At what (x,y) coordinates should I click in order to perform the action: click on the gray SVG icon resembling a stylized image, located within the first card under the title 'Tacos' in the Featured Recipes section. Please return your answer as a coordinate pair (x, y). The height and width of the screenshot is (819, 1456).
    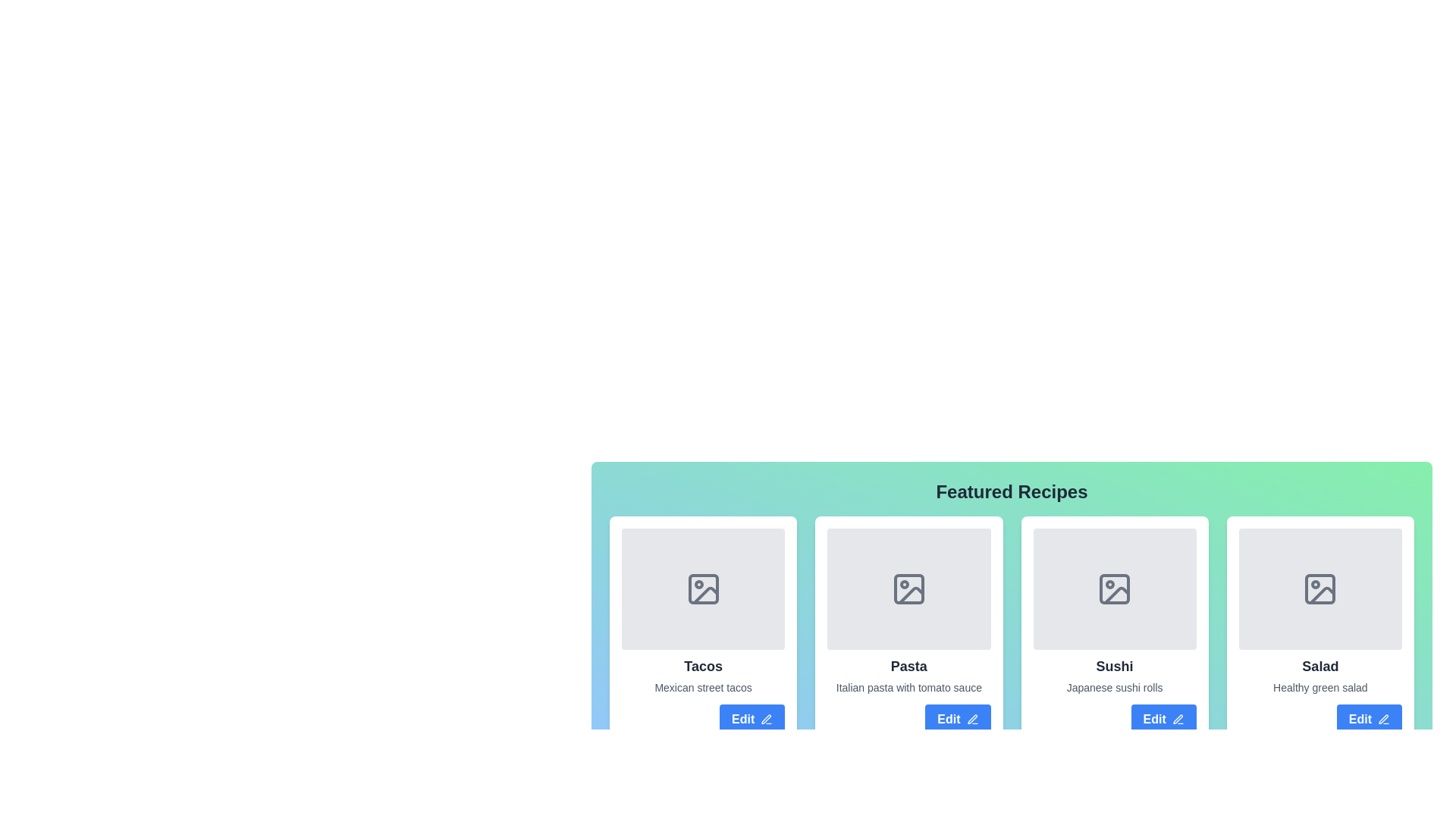
    Looking at the image, I should click on (702, 588).